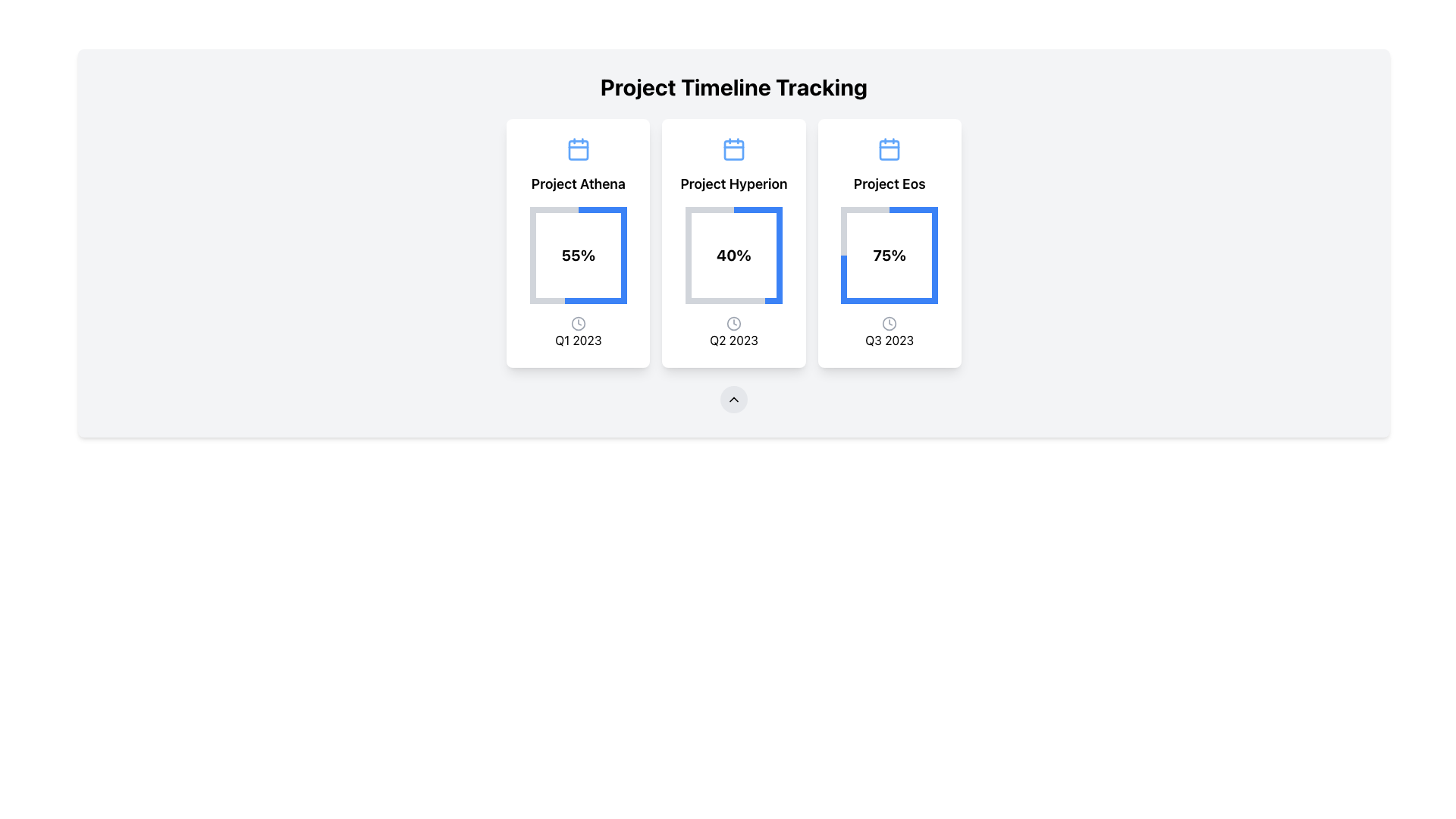 Image resolution: width=1456 pixels, height=819 pixels. I want to click on the Circular Progress Indicator that visually represents '75%' progress within the 'Project Eos' card, located above the 'Q3 2023' text, so click(890, 254).